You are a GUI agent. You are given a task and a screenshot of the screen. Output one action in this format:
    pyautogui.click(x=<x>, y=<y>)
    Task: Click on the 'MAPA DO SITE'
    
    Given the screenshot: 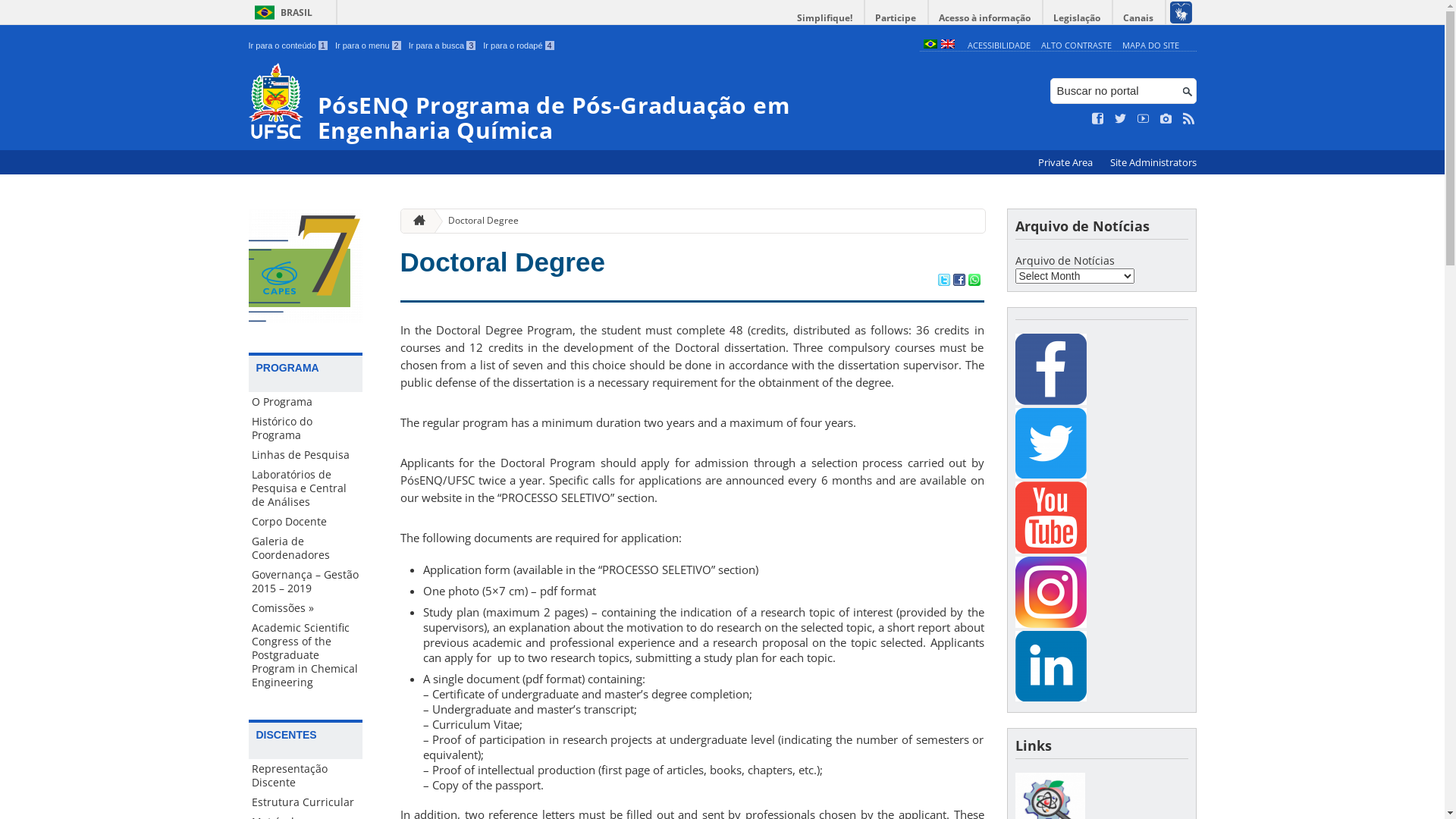 What is the action you would take?
    pyautogui.click(x=1150, y=44)
    